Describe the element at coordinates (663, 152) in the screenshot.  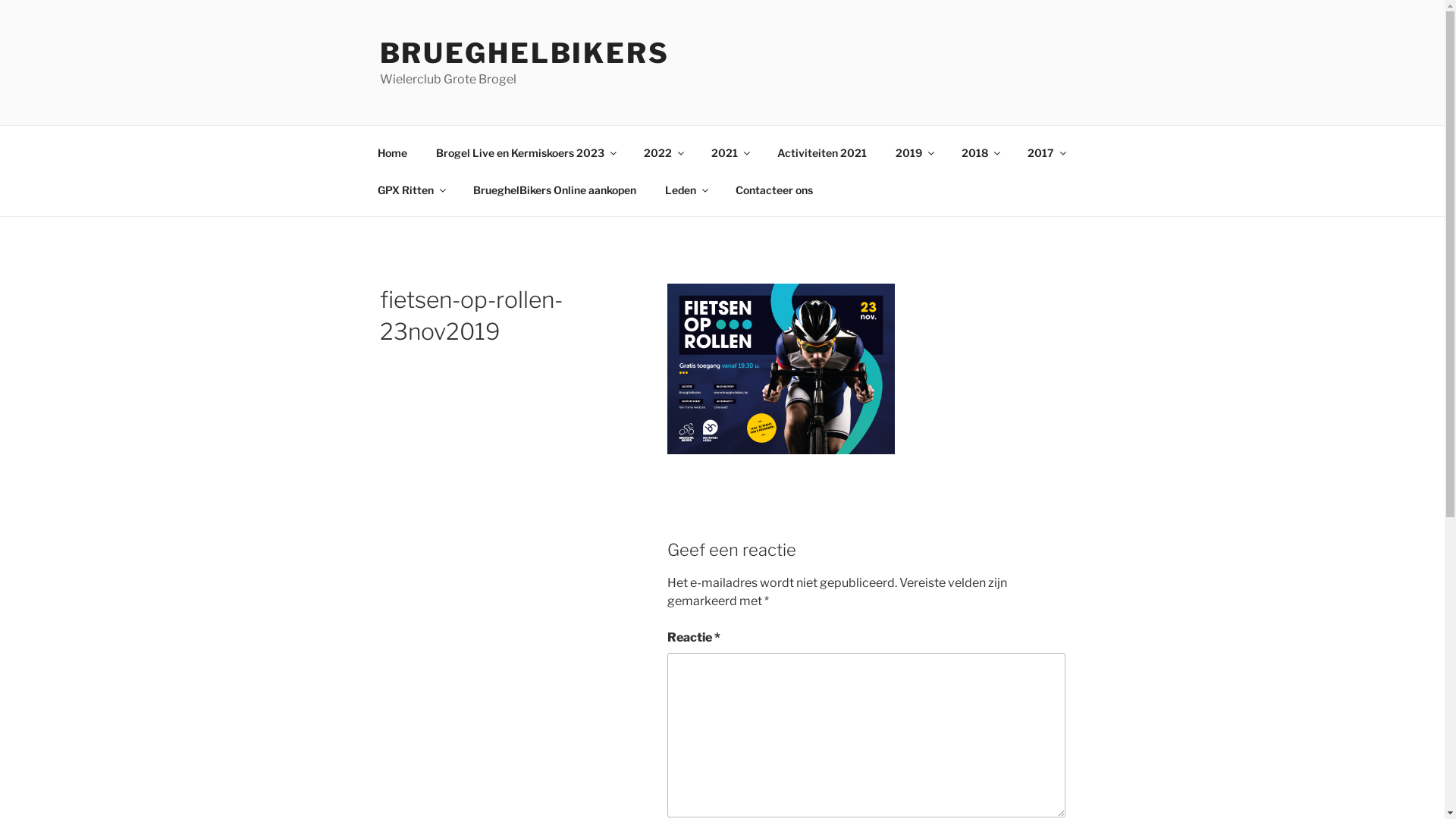
I see `'2022'` at that location.